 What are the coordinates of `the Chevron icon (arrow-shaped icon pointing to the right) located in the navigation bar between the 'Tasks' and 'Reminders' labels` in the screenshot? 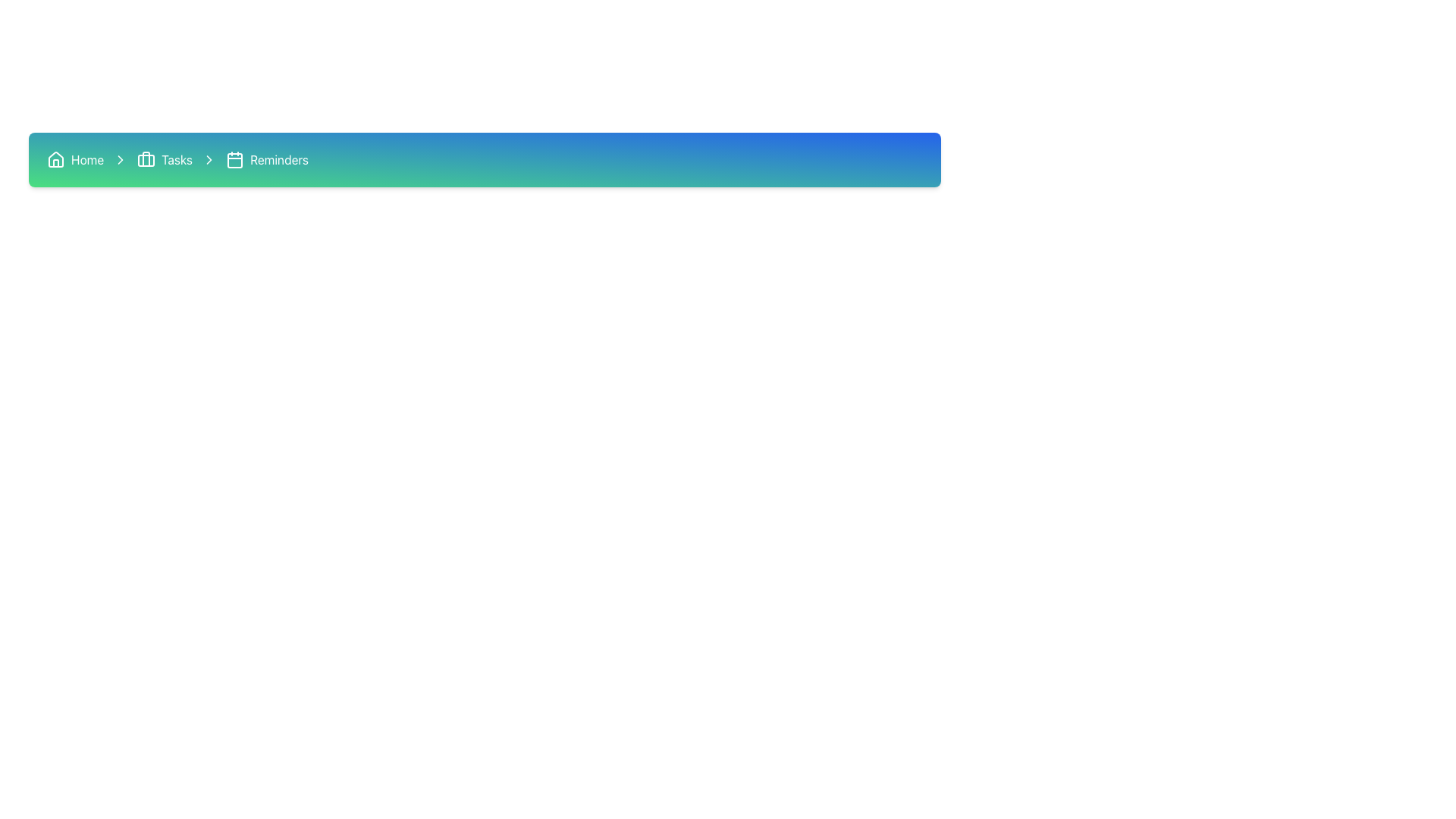 It's located at (120, 160).